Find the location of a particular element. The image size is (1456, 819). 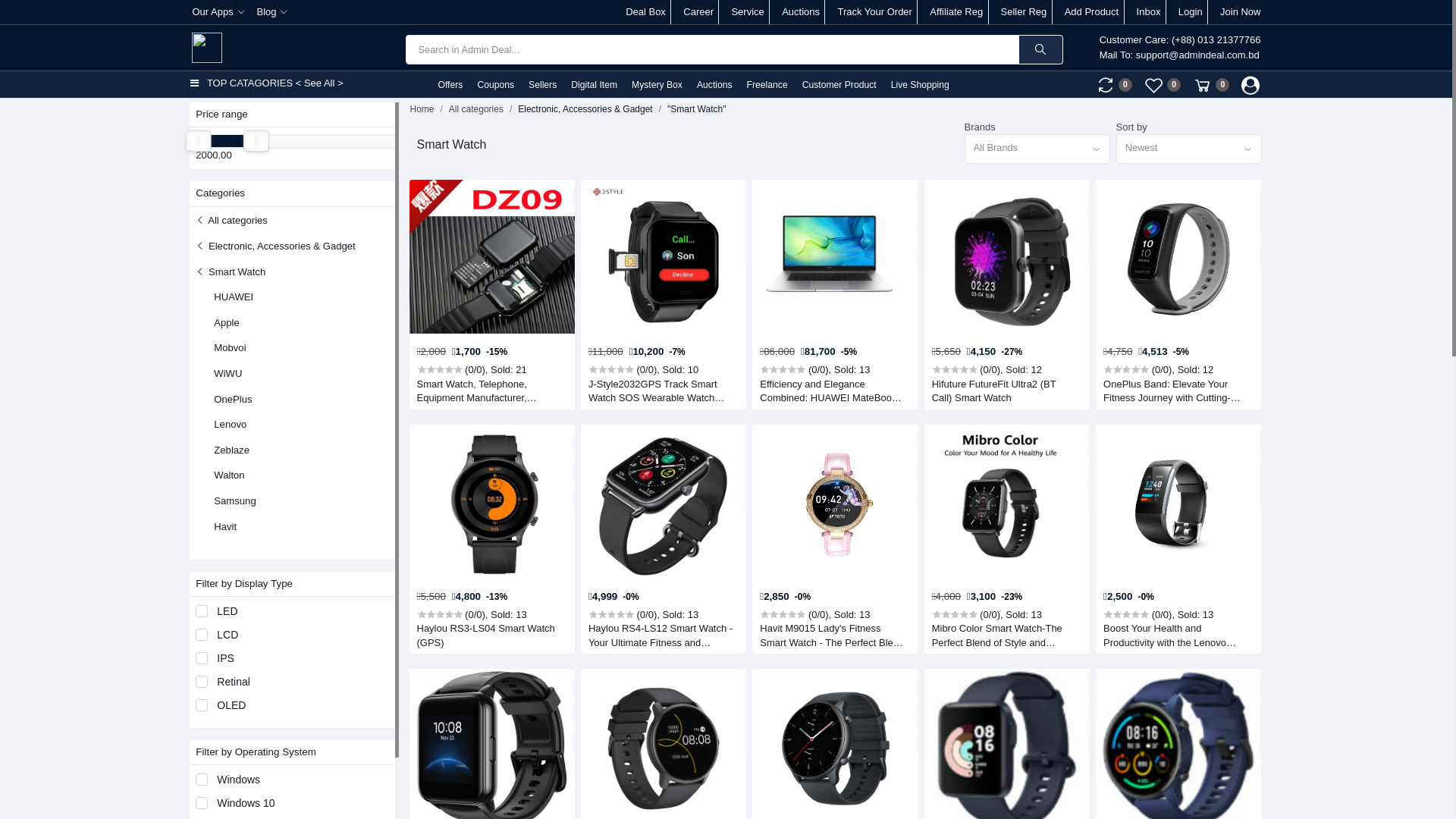

'Our Apps' is located at coordinates (218, 11).